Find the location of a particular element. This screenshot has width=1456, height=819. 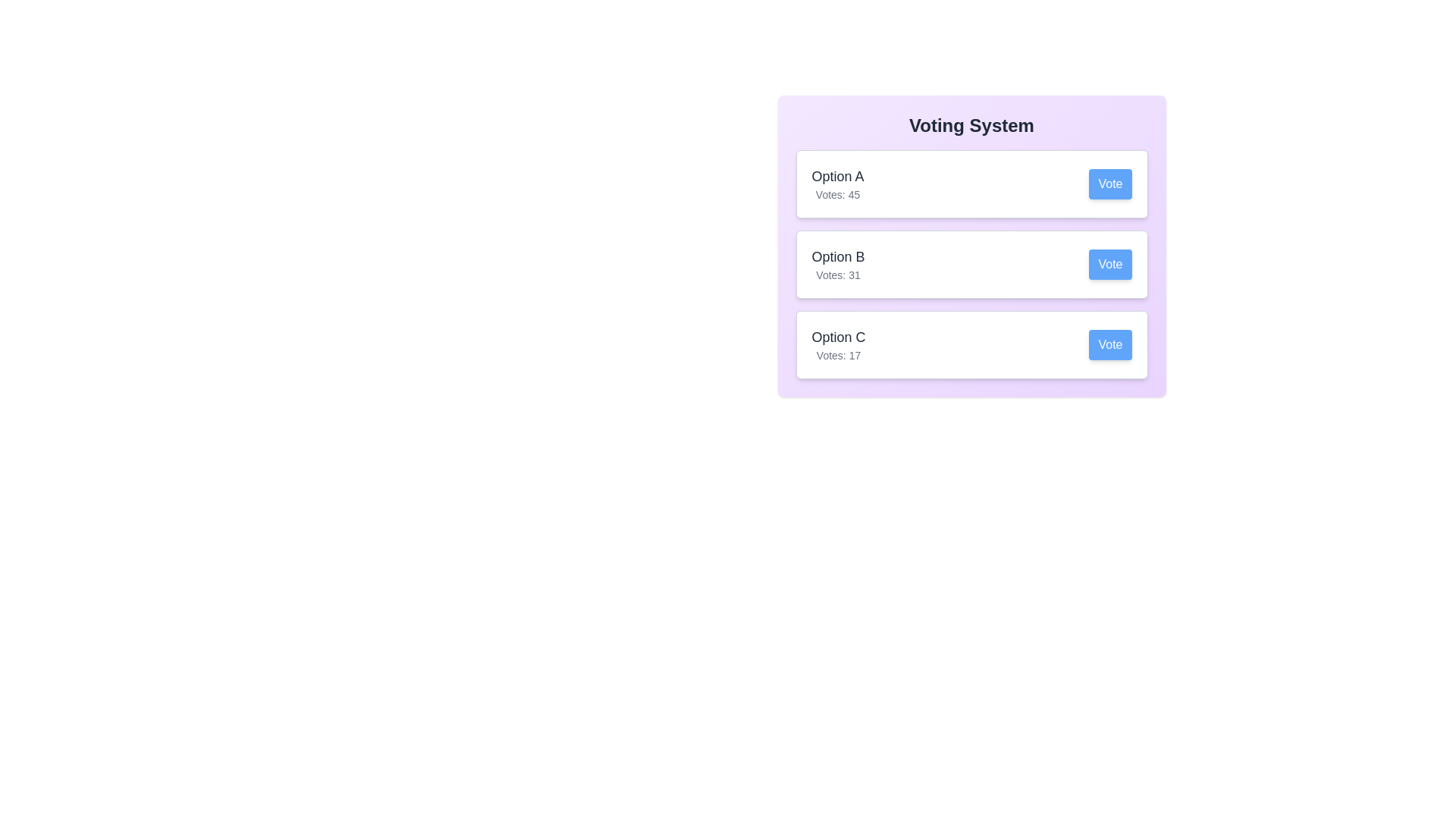

the voting button for option B is located at coordinates (1110, 263).